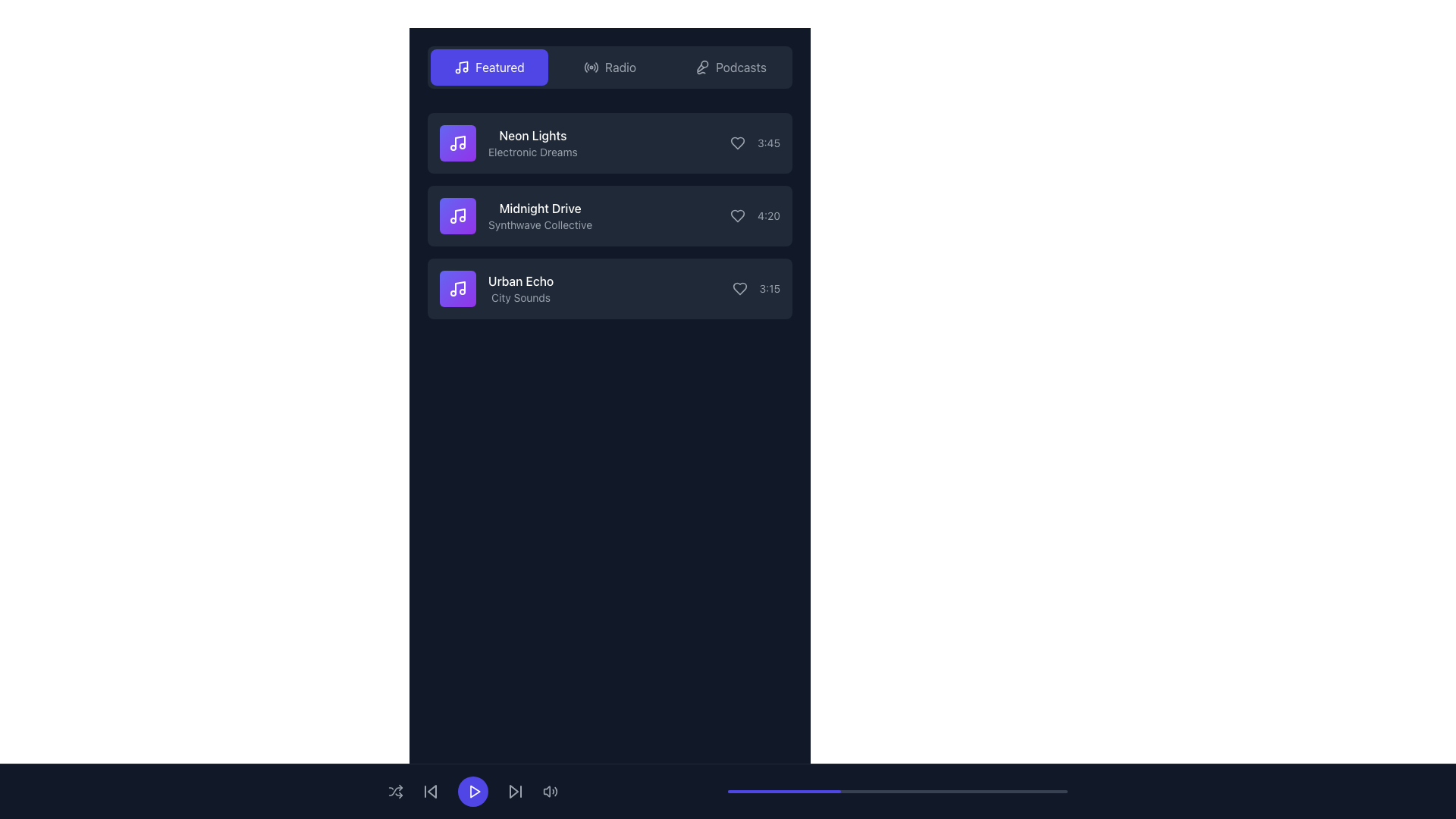 The height and width of the screenshot is (819, 1456). What do you see at coordinates (756, 289) in the screenshot?
I see `the timestamp text displaying '3:15' at the bottom-right of the 'Urban Echo' item, which is styled in a smaller font size and light gray color, located at the third position in the list of cards` at bounding box center [756, 289].